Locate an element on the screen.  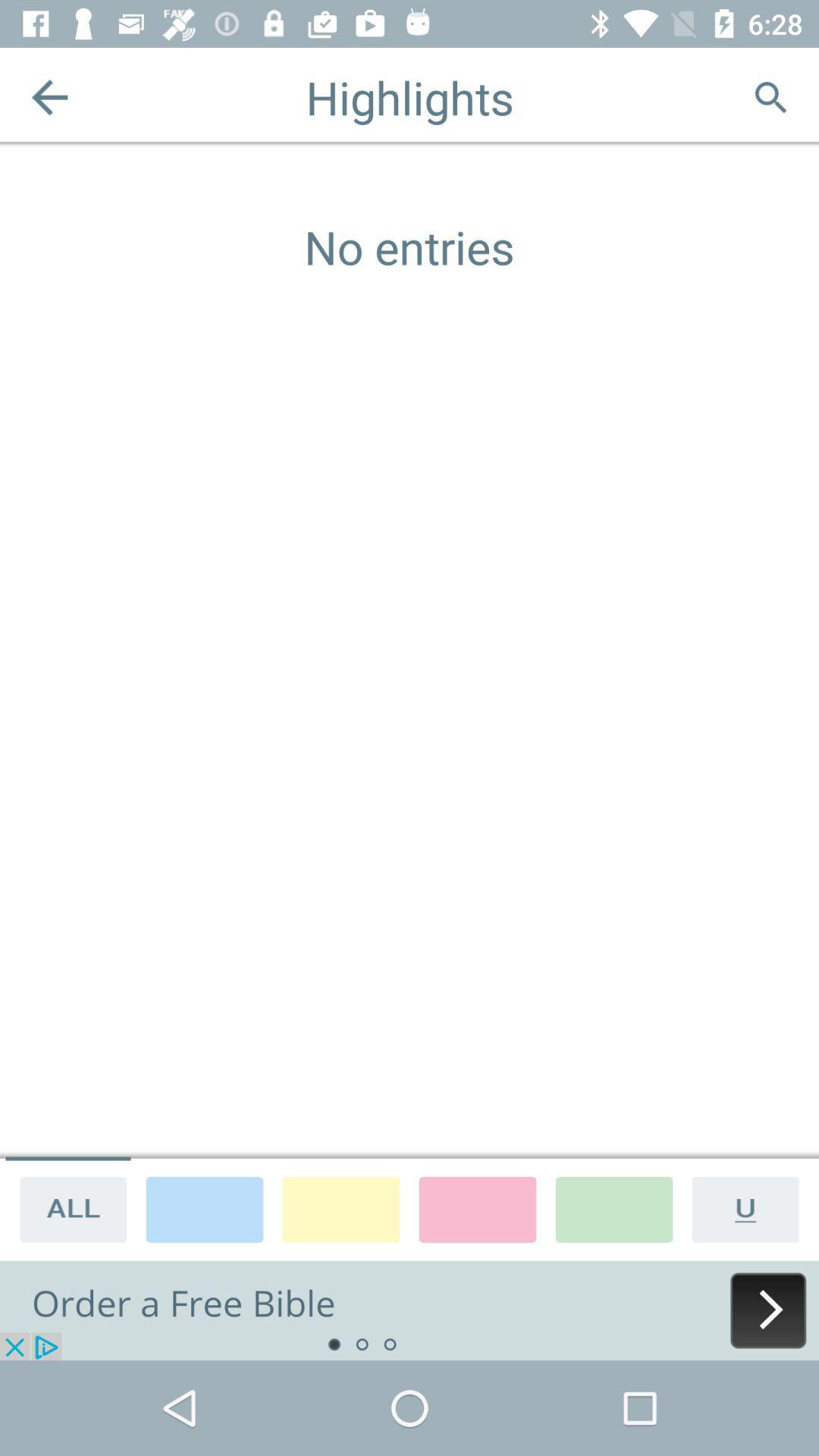
blue theme is located at coordinates (205, 1208).